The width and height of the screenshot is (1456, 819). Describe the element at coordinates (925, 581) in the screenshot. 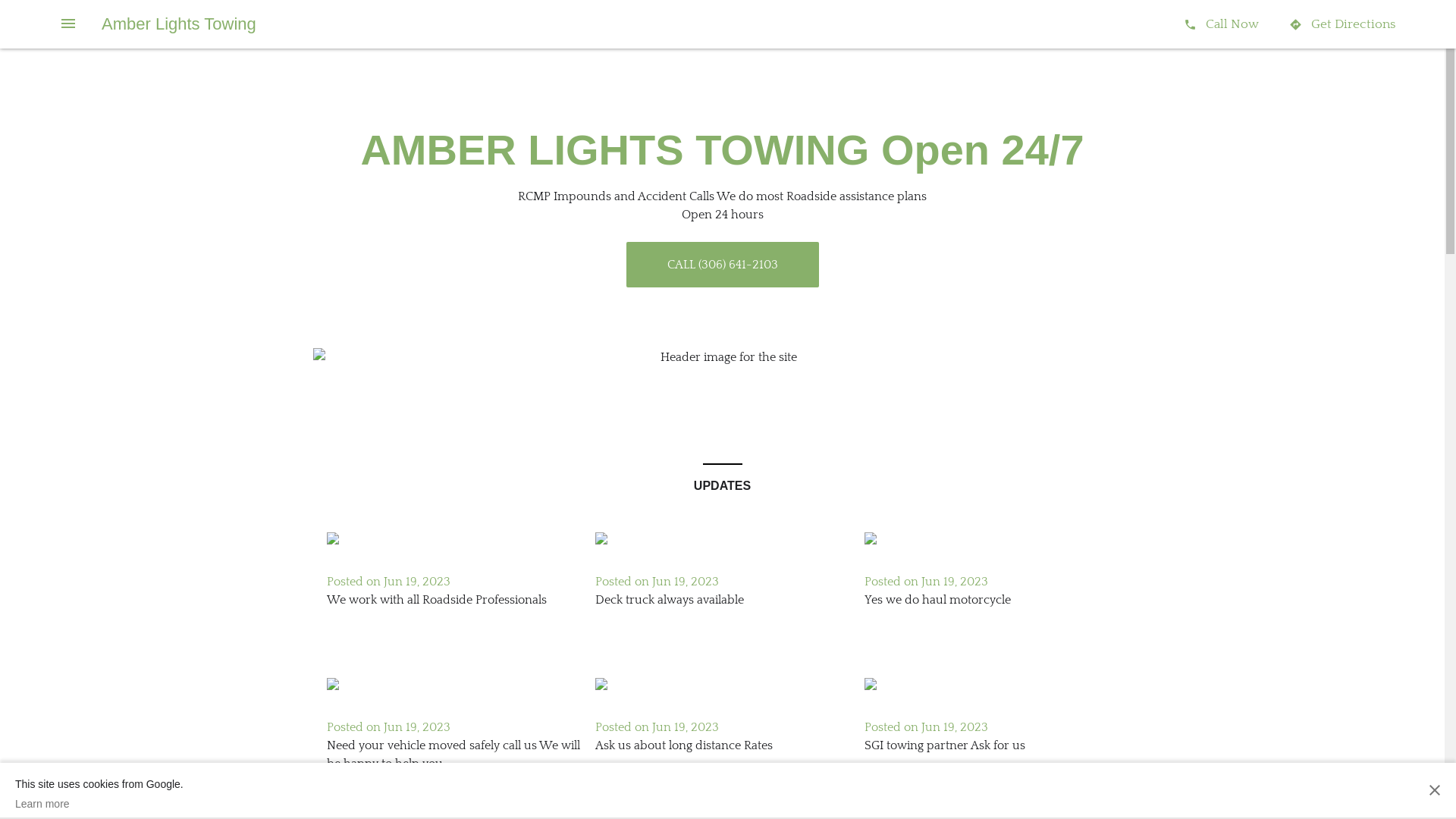

I see `'Posted on Jun 19, 2023'` at that location.